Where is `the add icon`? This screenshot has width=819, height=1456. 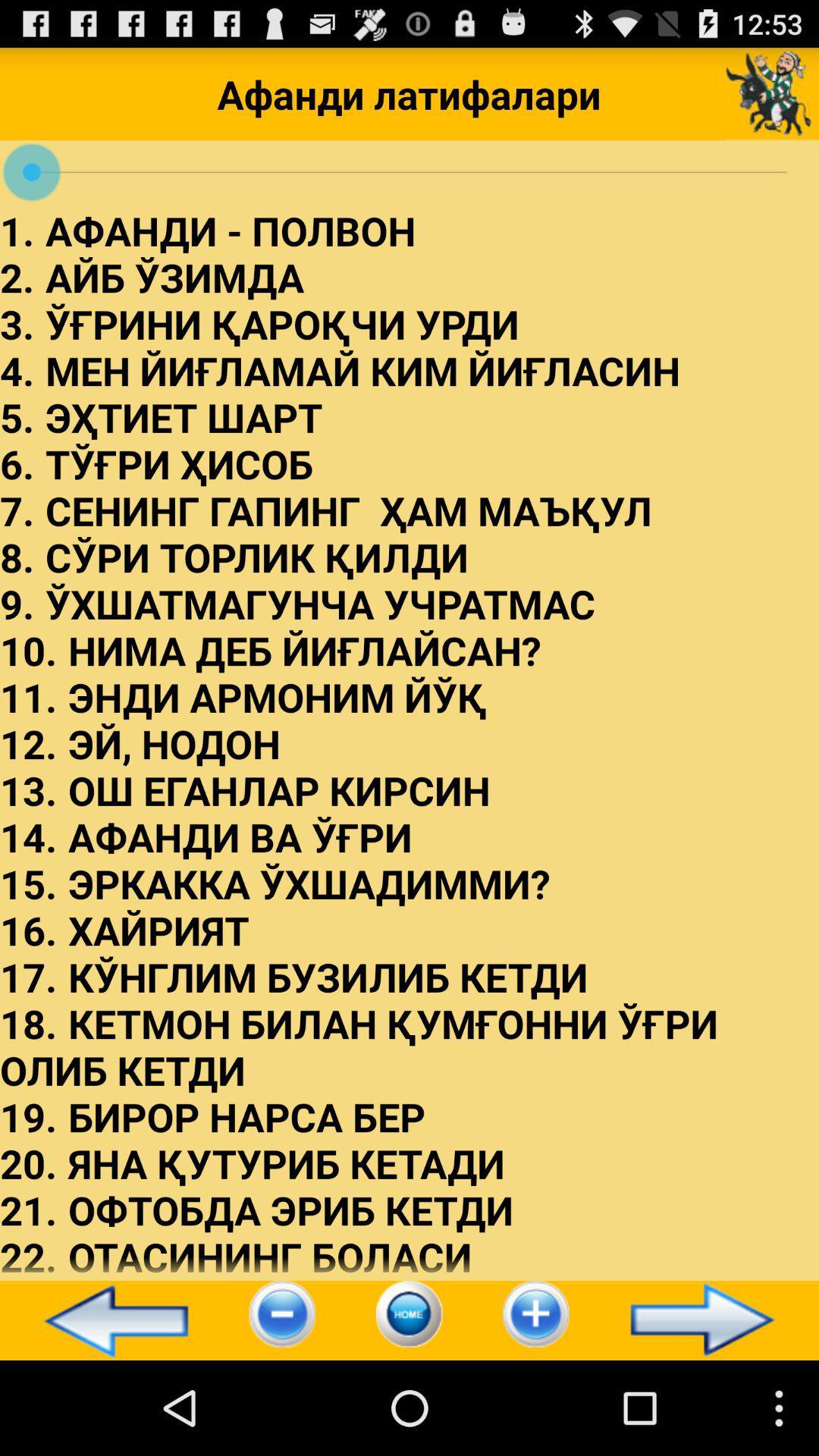
the add icon is located at coordinates (535, 1405).